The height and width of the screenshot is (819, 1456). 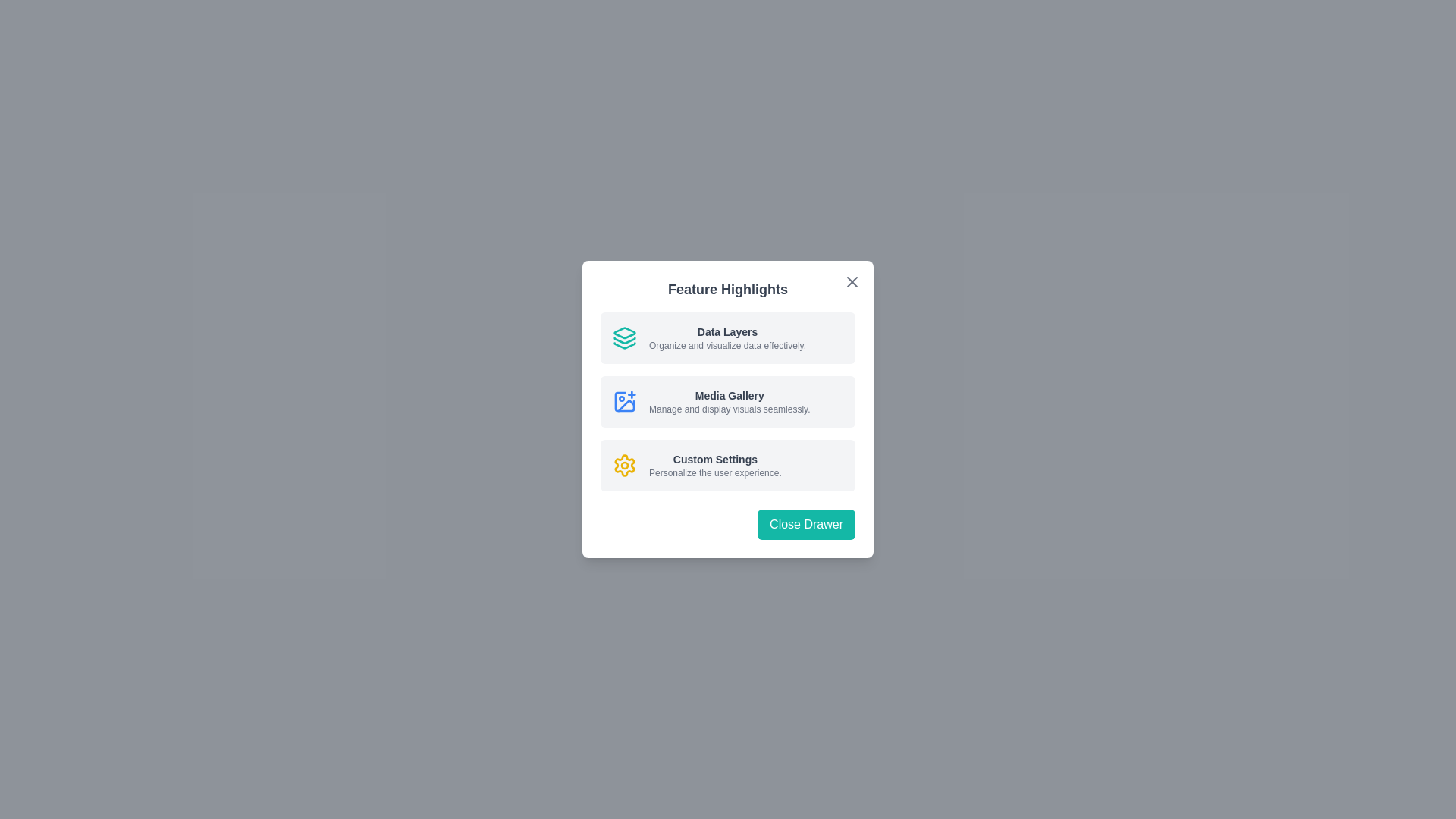 I want to click on the 'Media Gallery' text section in the navigational list item, so click(x=730, y=400).